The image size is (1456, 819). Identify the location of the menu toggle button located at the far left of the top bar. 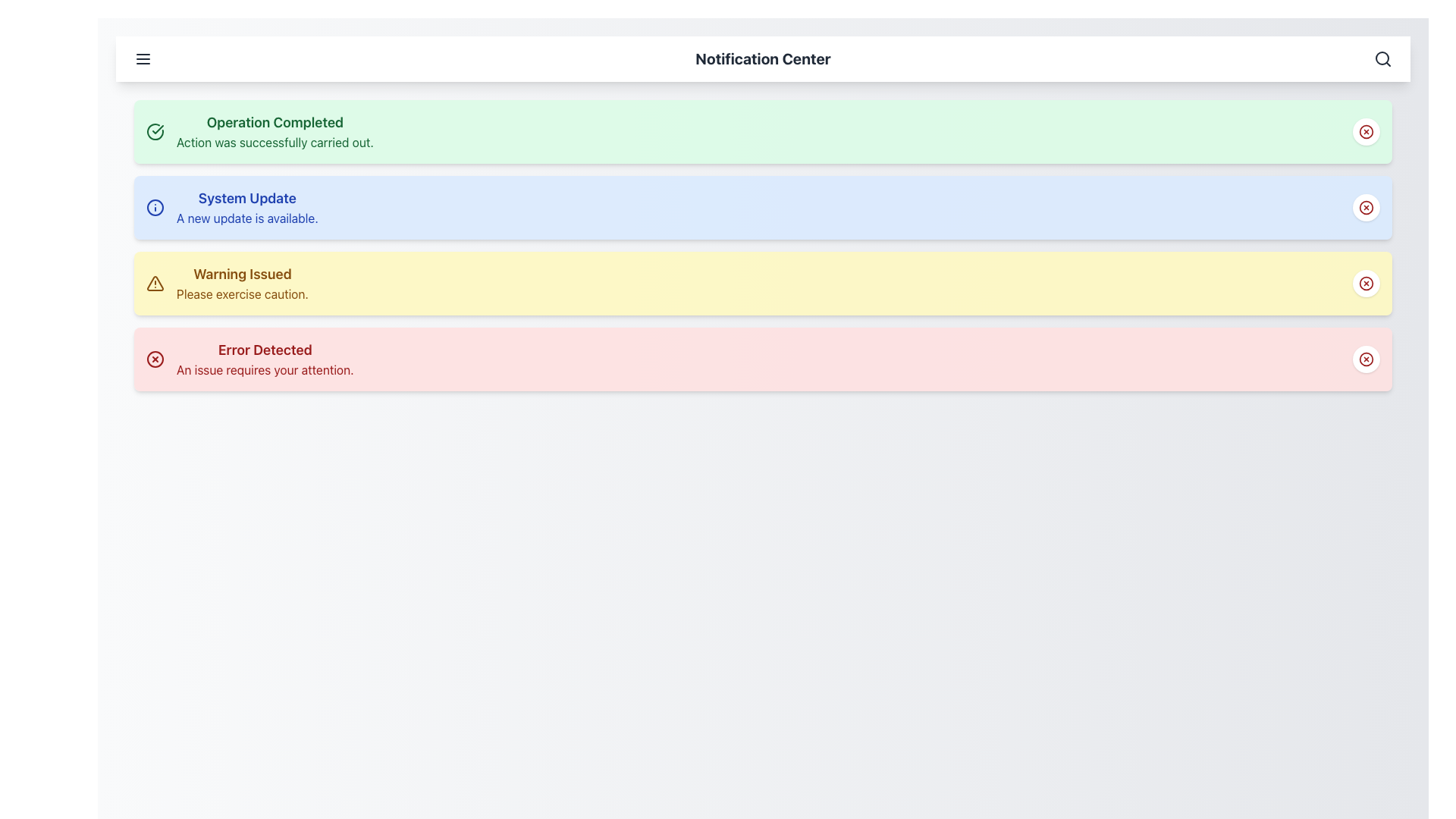
(143, 58).